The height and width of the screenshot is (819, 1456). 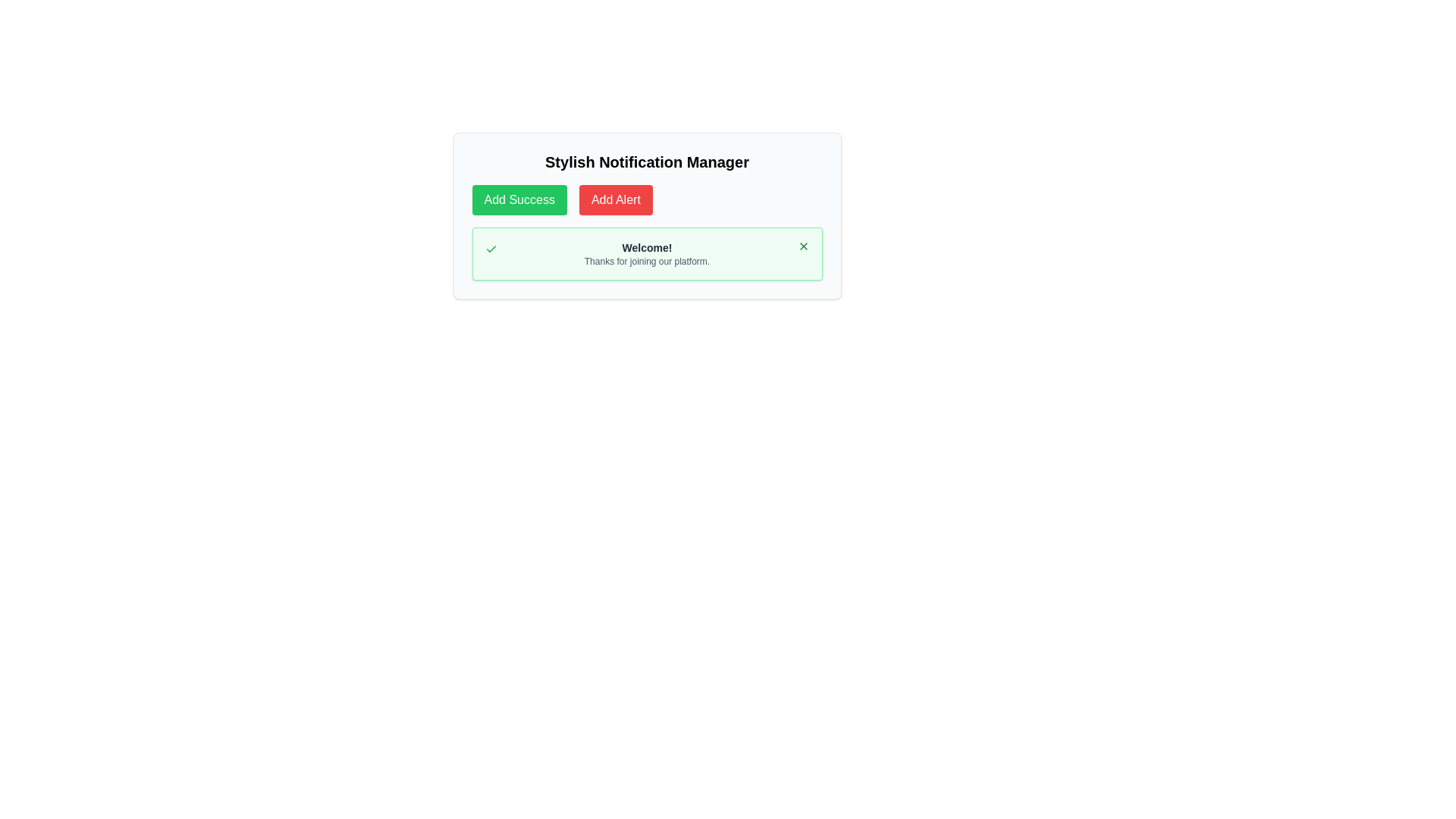 What do you see at coordinates (647, 216) in the screenshot?
I see `the notification management panel, which is located centrally beneath the title bar and includes buttons for interaction` at bounding box center [647, 216].